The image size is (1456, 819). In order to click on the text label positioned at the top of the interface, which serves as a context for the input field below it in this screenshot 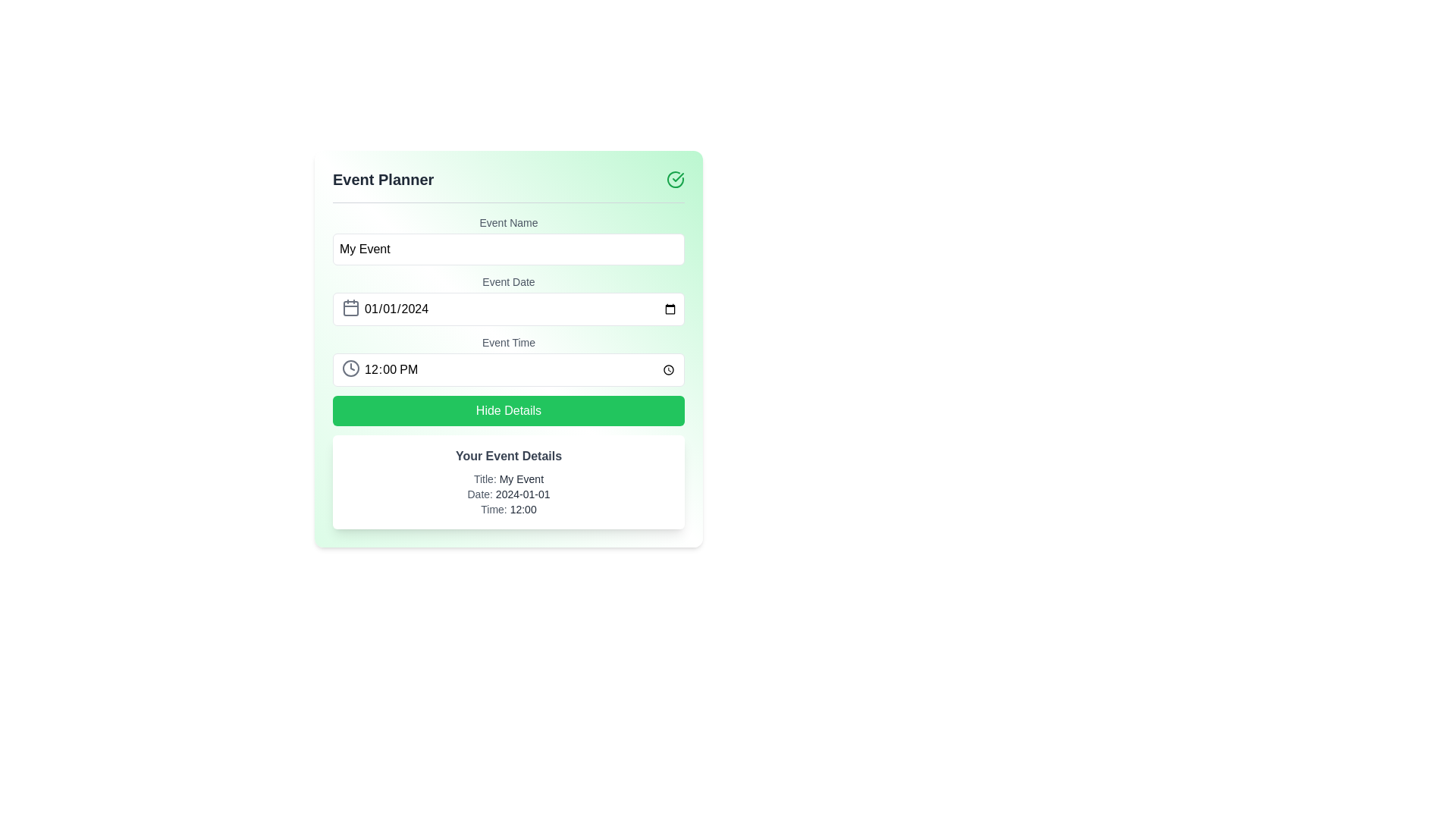, I will do `click(509, 222)`.